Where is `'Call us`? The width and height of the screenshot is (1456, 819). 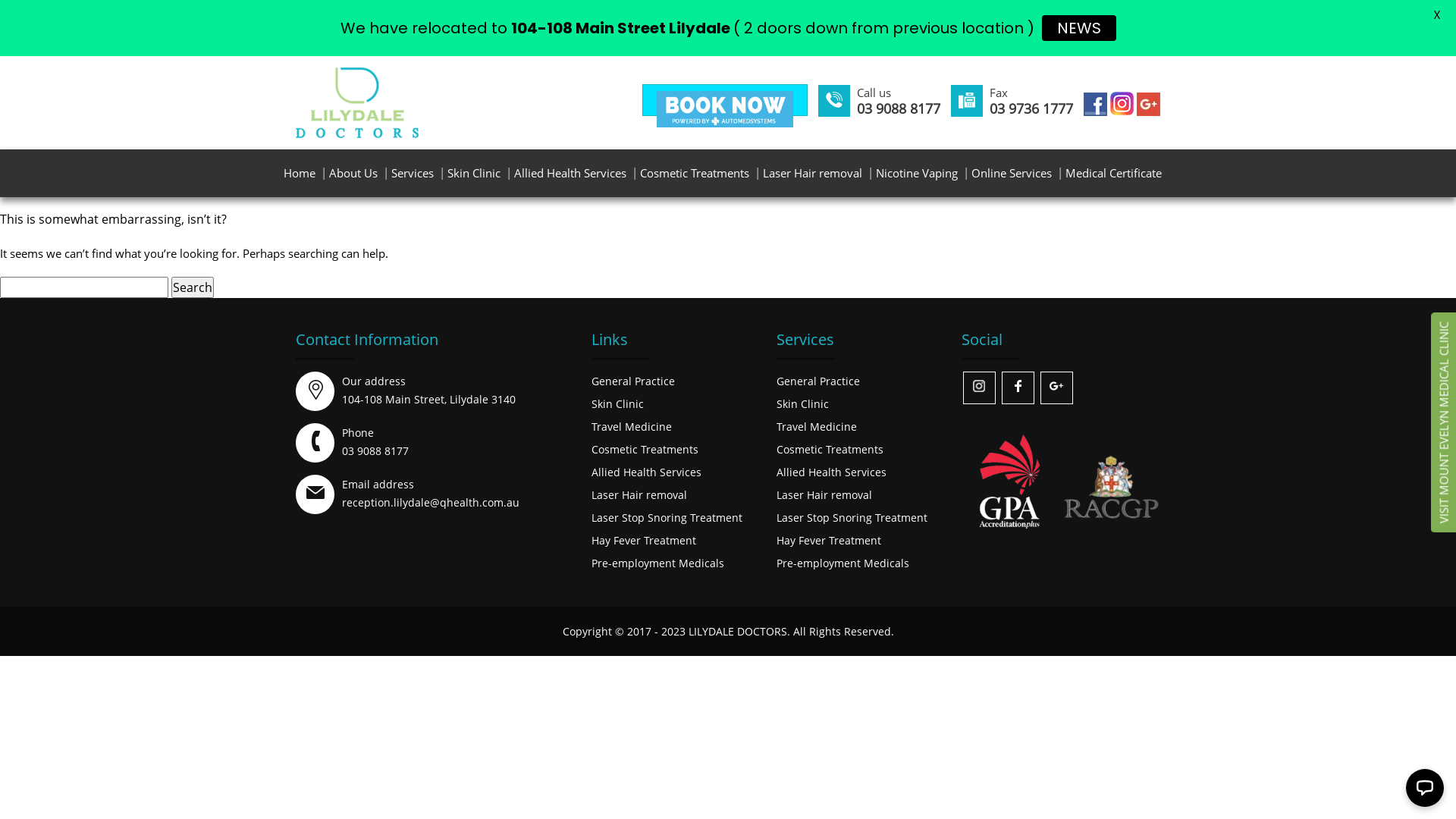 'Call us is located at coordinates (856, 93).